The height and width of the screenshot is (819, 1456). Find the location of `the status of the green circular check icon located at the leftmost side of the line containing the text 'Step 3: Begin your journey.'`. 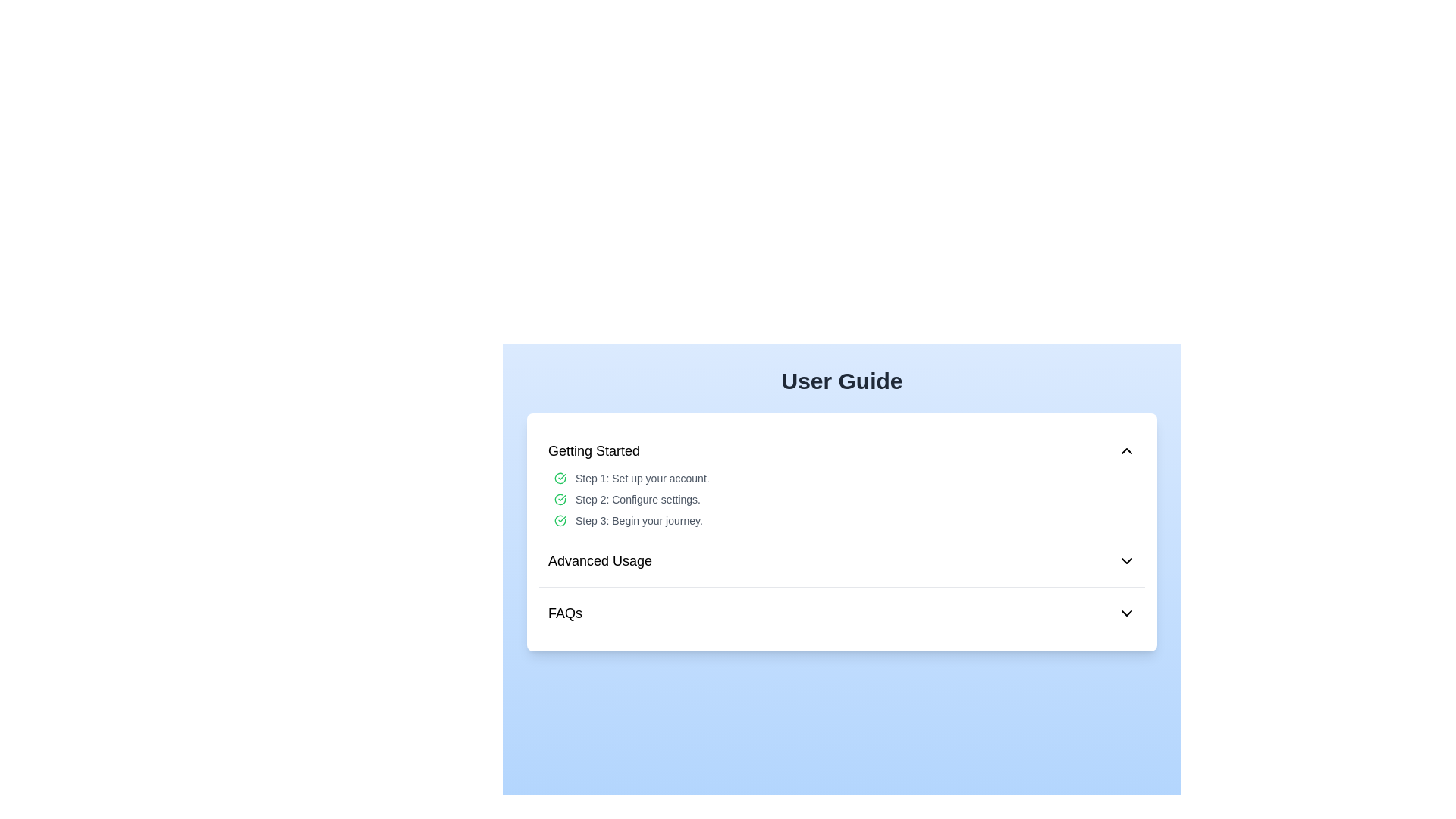

the status of the green circular check icon located at the leftmost side of the line containing the text 'Step 3: Begin your journey.' is located at coordinates (560, 519).